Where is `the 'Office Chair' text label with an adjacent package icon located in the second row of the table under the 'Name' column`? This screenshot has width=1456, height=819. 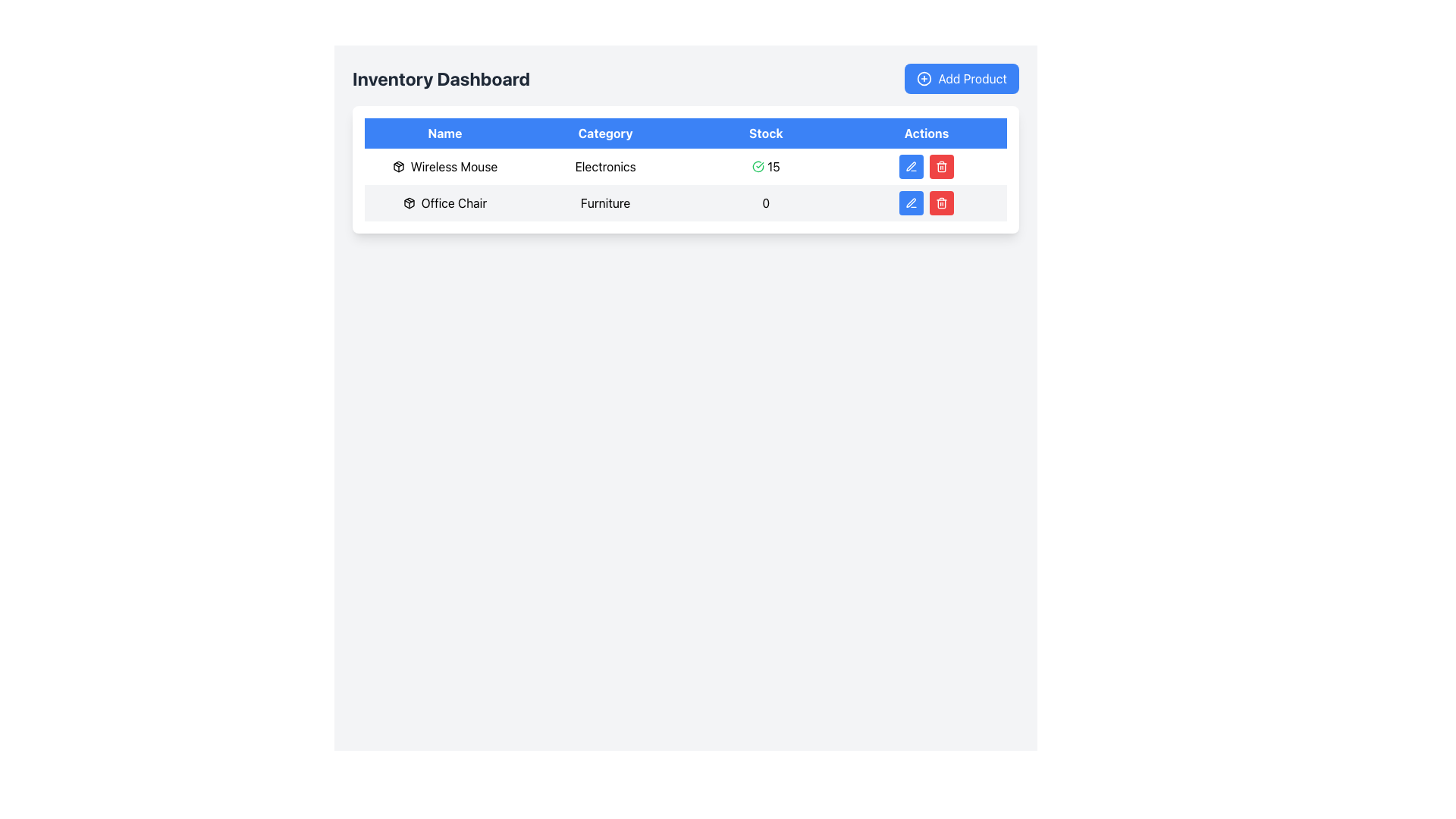 the 'Office Chair' text label with an adjacent package icon located in the second row of the table under the 'Name' column is located at coordinates (444, 202).